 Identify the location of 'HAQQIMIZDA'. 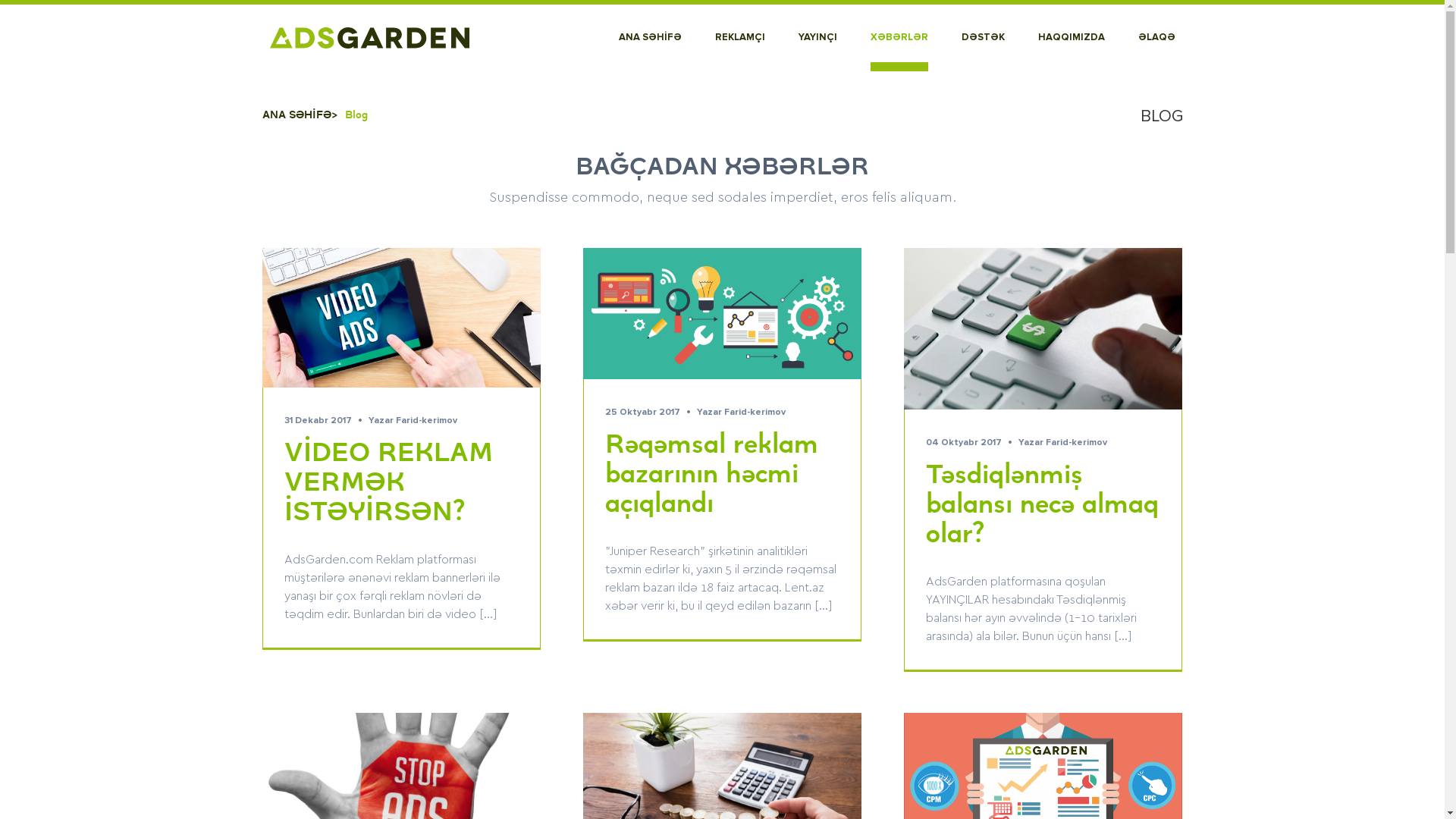
(1069, 37).